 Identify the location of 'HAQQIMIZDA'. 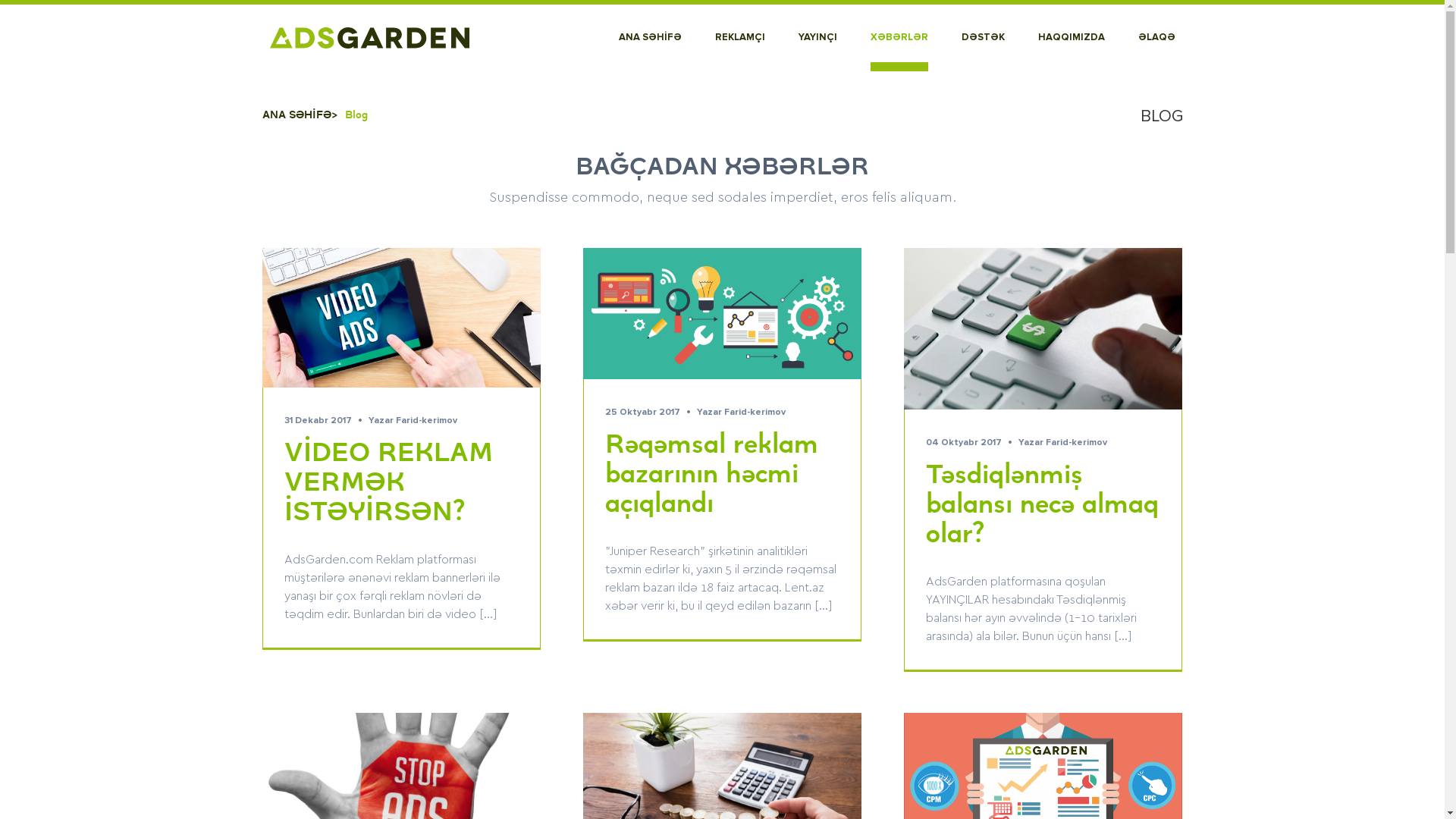
(1069, 37).